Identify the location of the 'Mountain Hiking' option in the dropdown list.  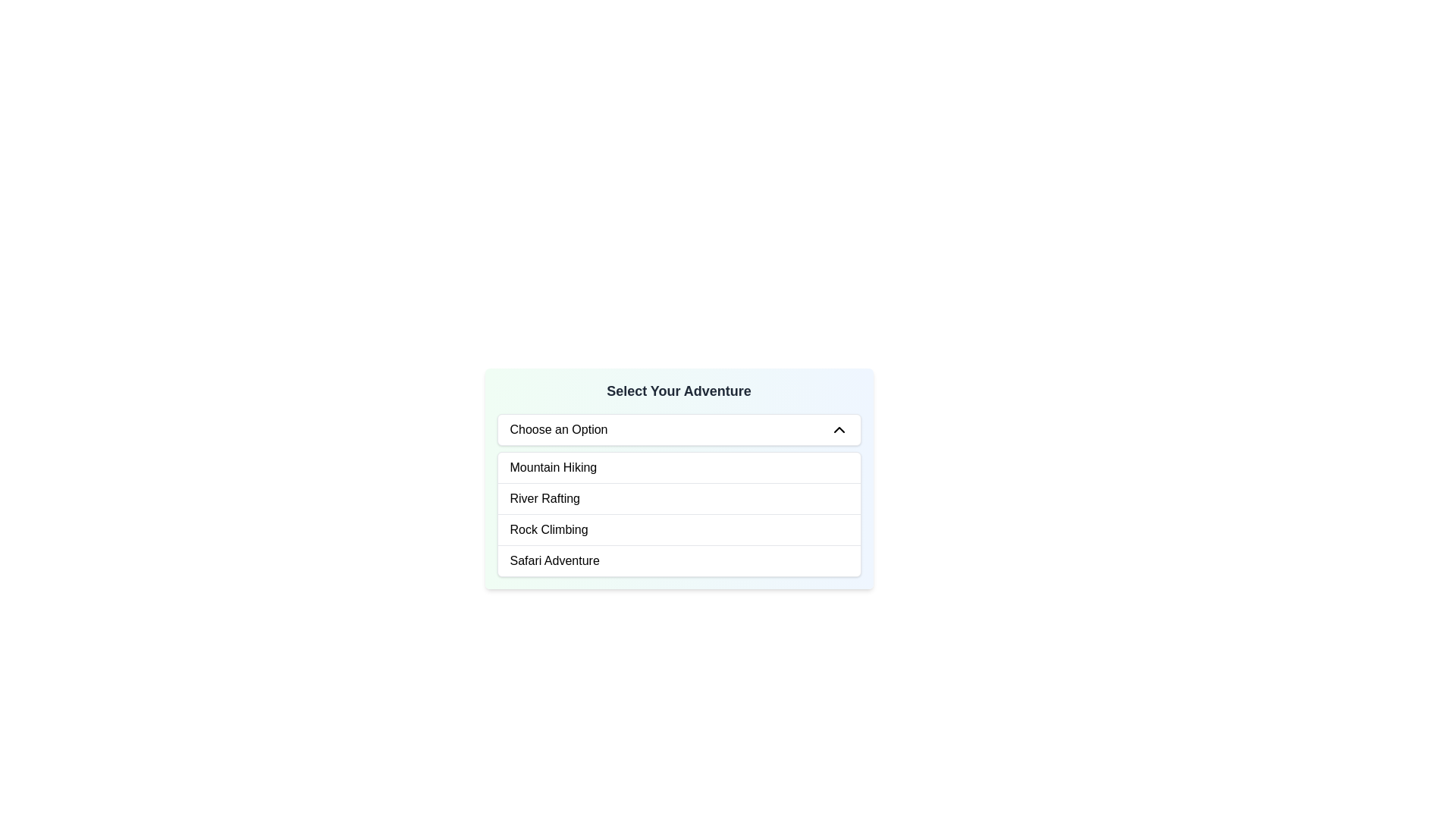
(678, 467).